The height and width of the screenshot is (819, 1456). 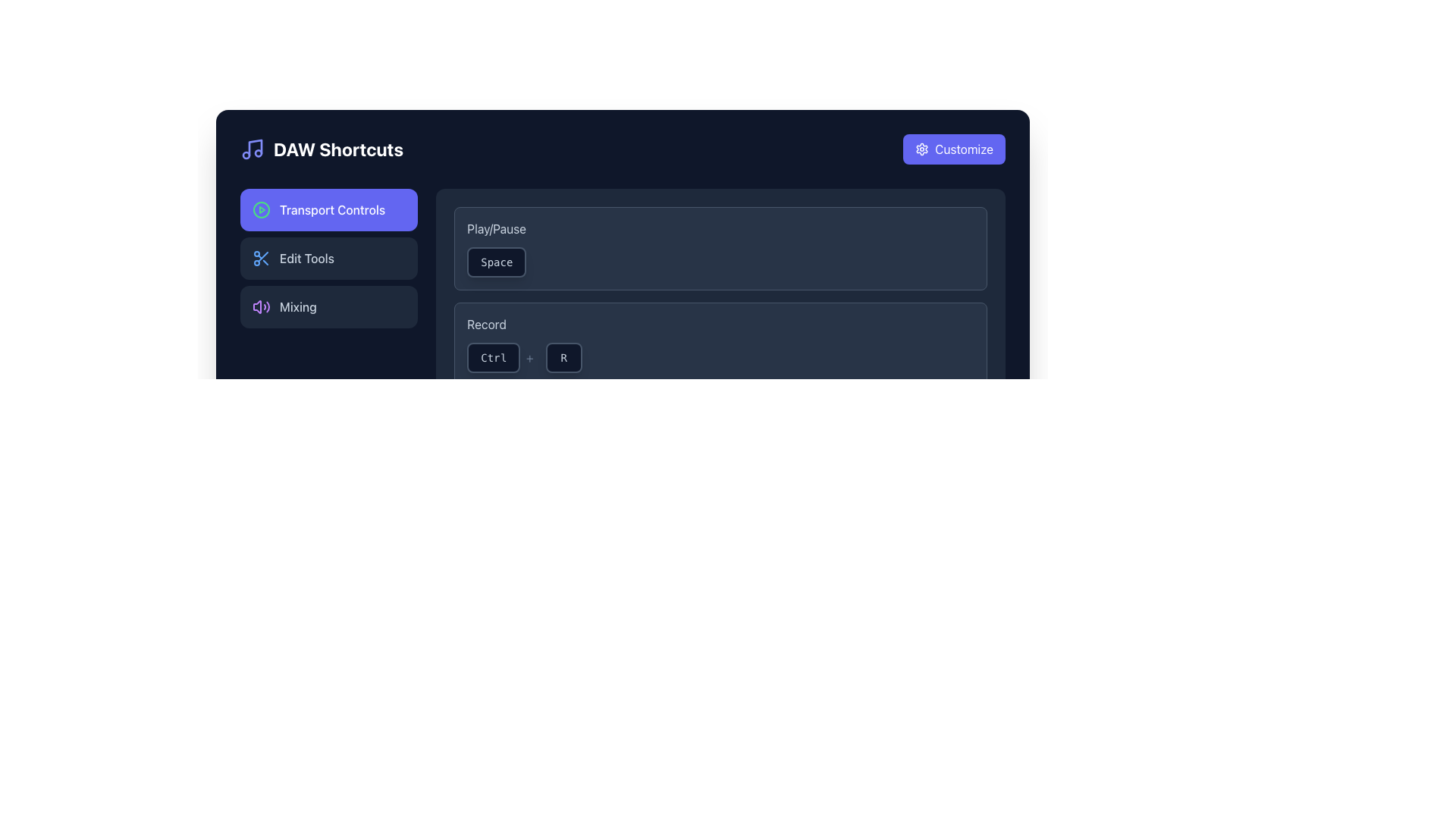 What do you see at coordinates (328, 257) in the screenshot?
I see `the editing tools button, which is the second item in a vertical list, located between the 'Transport Controls' button and the 'Mixing' button` at bounding box center [328, 257].